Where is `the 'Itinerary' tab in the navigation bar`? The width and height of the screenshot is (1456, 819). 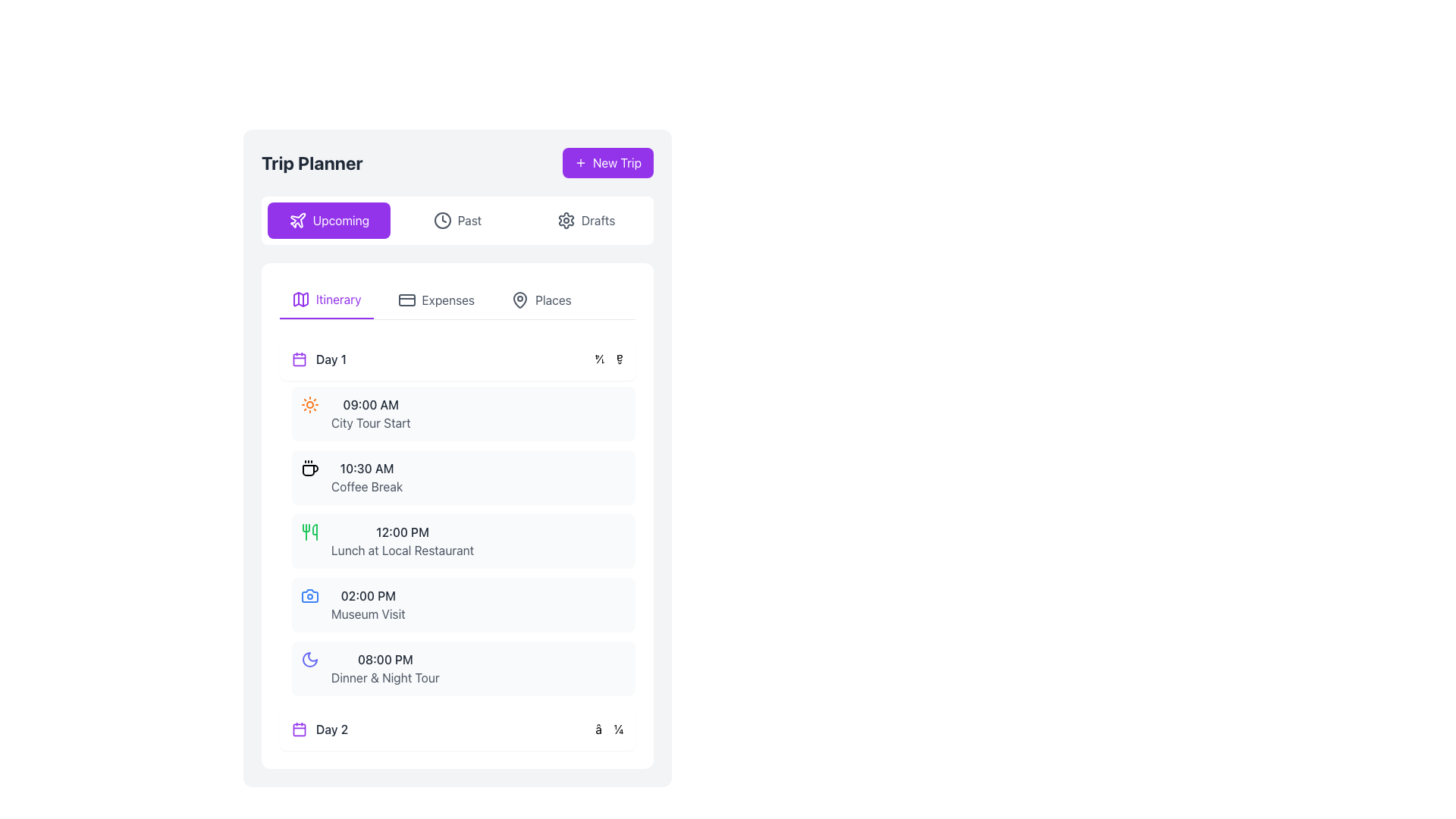 the 'Itinerary' tab in the navigation bar is located at coordinates (325, 300).